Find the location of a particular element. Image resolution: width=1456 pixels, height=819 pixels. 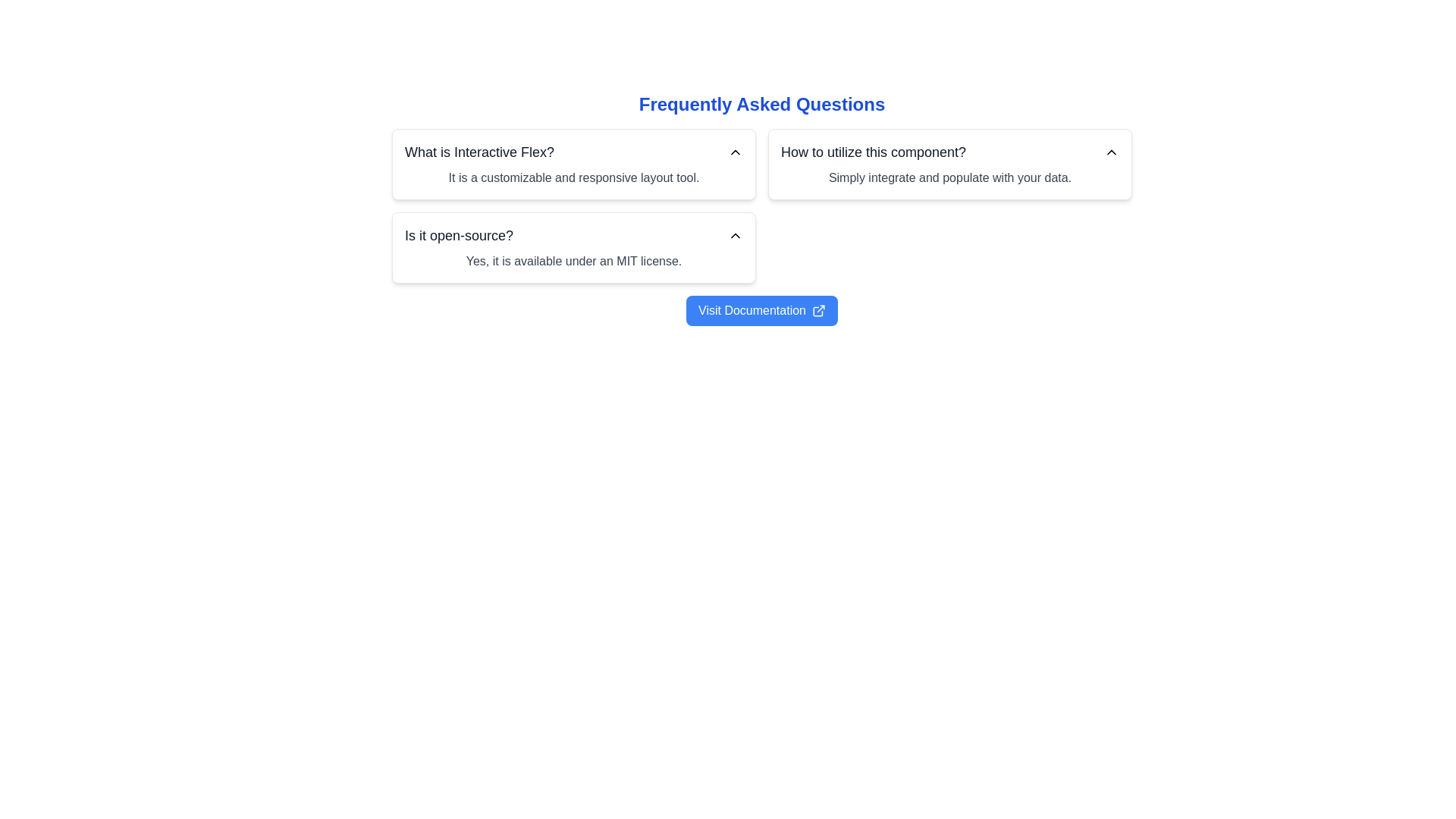

the third SVG shape element embedded within the 'Visit Documentation' button, located near the bottom right of the interface is located at coordinates (817, 311).